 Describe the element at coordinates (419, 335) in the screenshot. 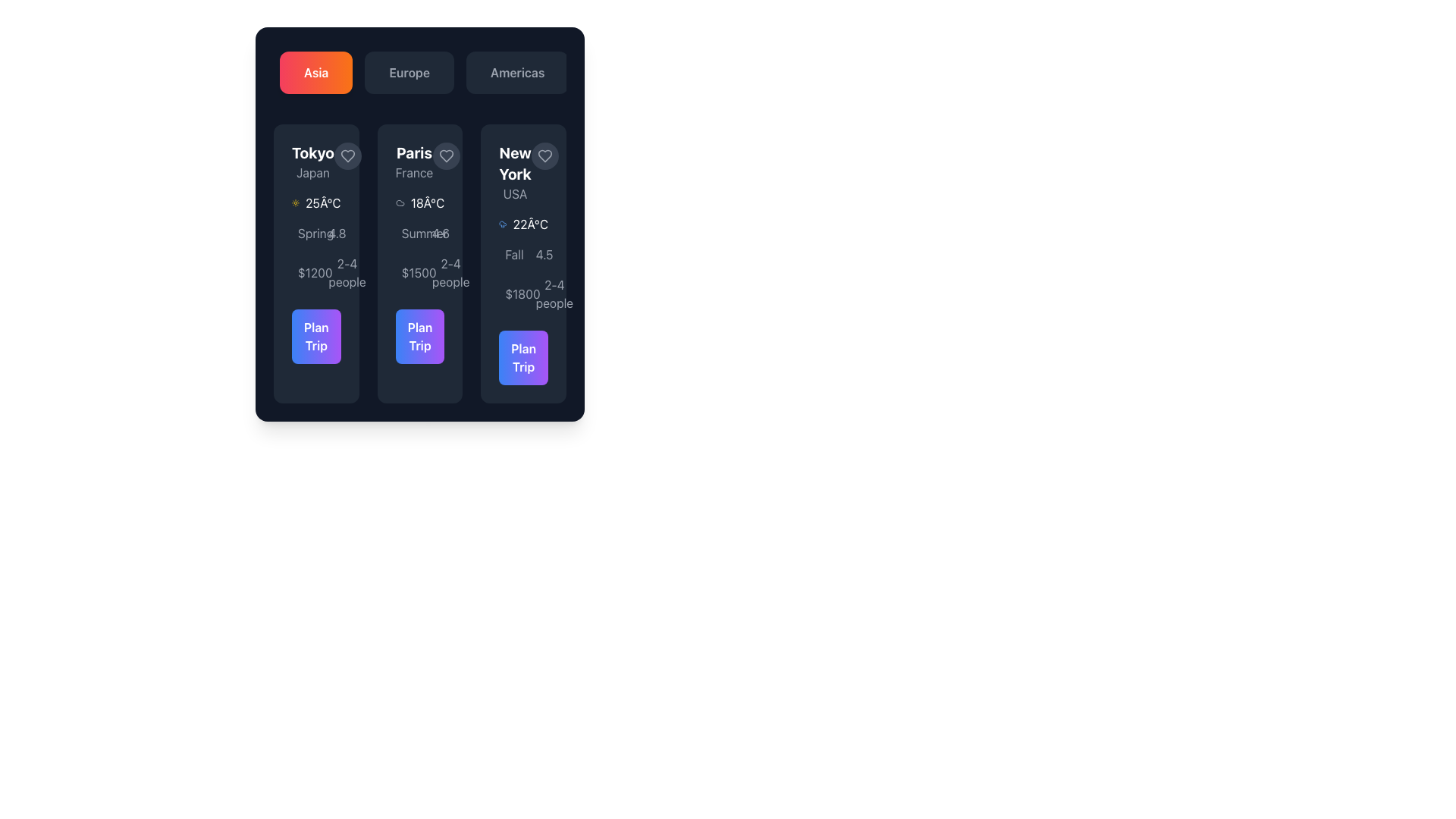

I see `the button located at the bottom of the 'Paris, France' card under the 'Europe' category to proceed with trip planning` at that location.